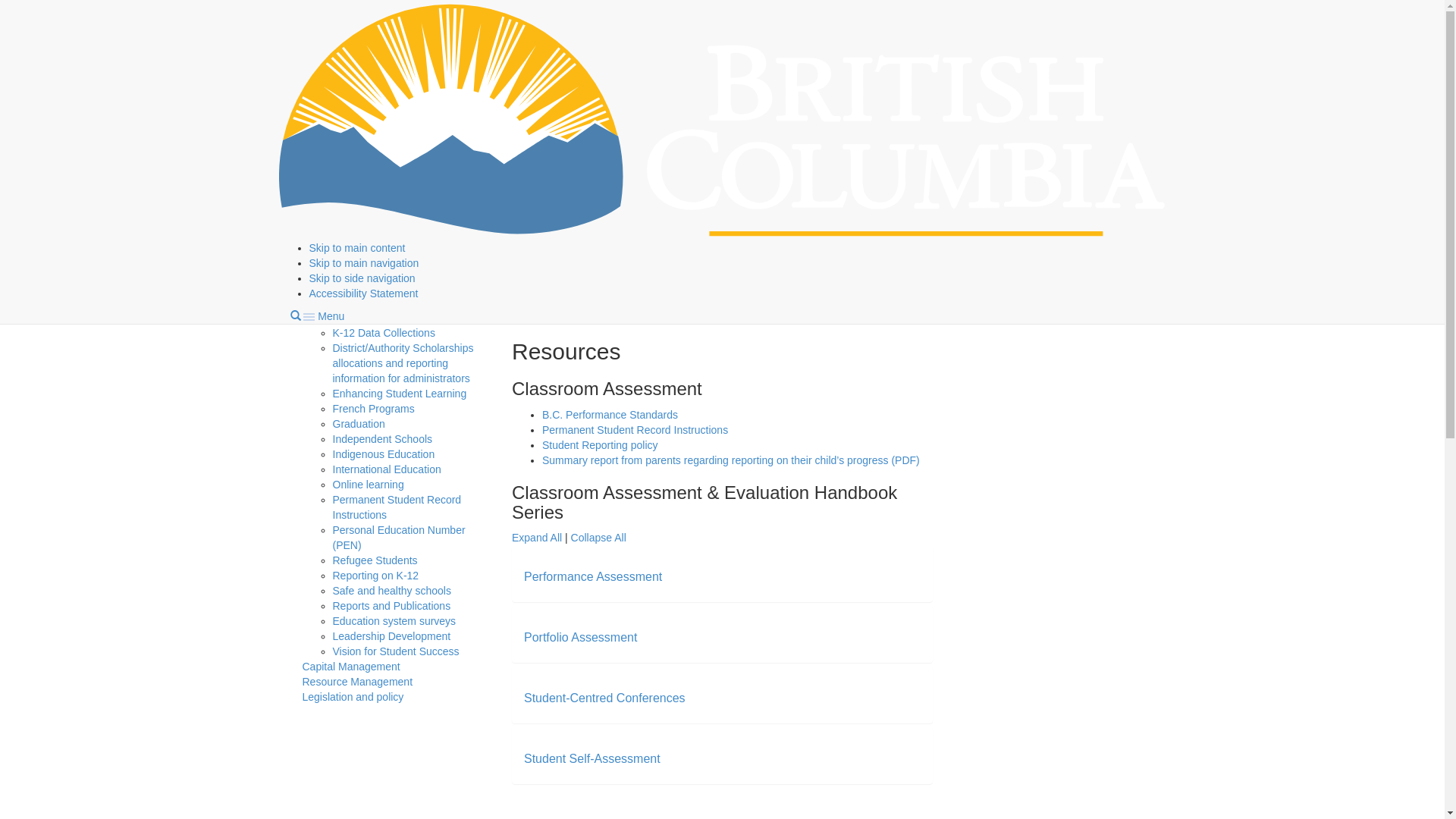 This screenshot has height=819, width=1456. I want to click on 'National and international assessments', so click(393, 211).